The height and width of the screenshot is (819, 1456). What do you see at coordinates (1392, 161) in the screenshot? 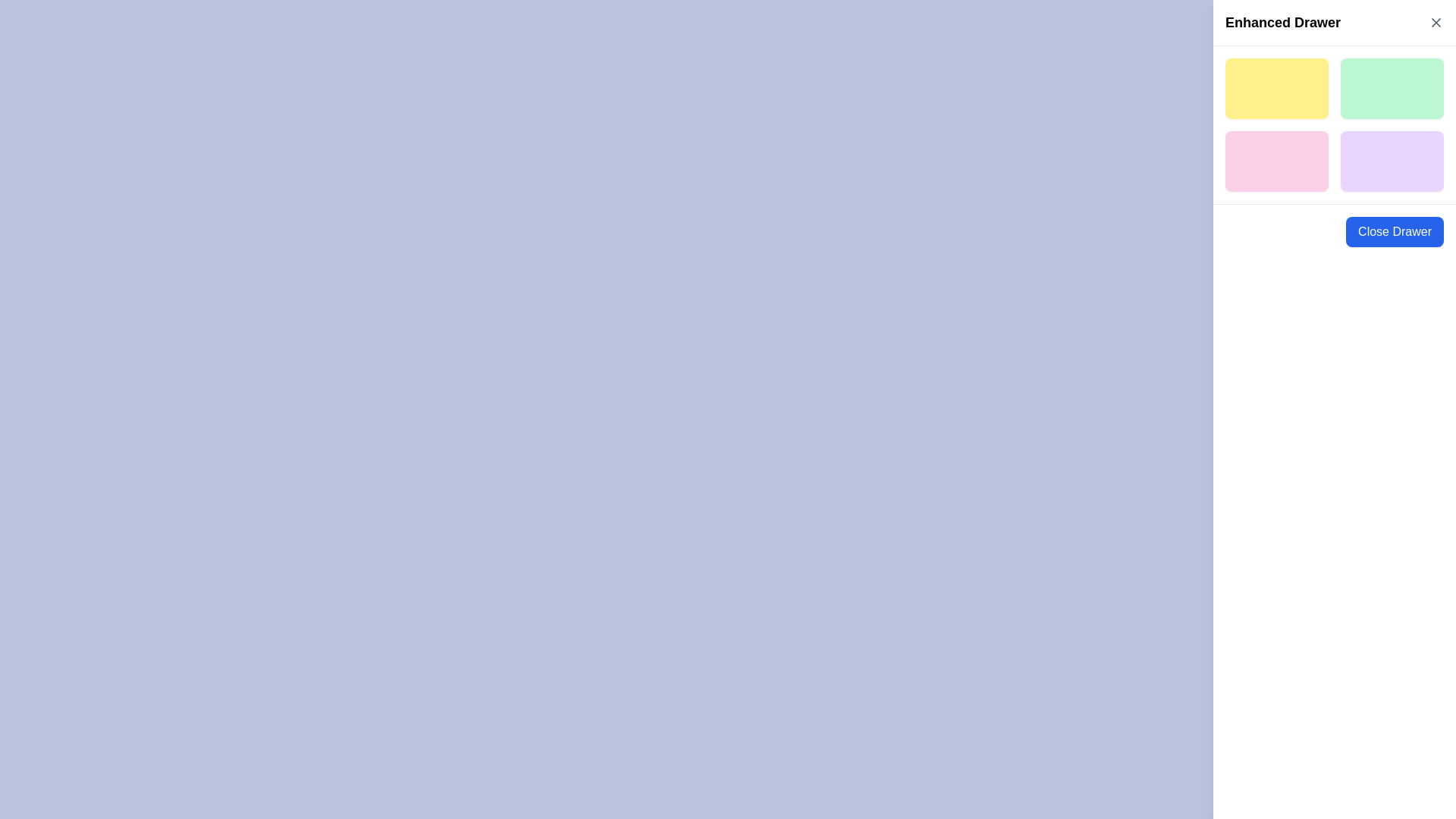
I see `the decorative/selectable card located in the bottom-right corner of the grid in the 'Enhanced Drawer' panel` at bounding box center [1392, 161].